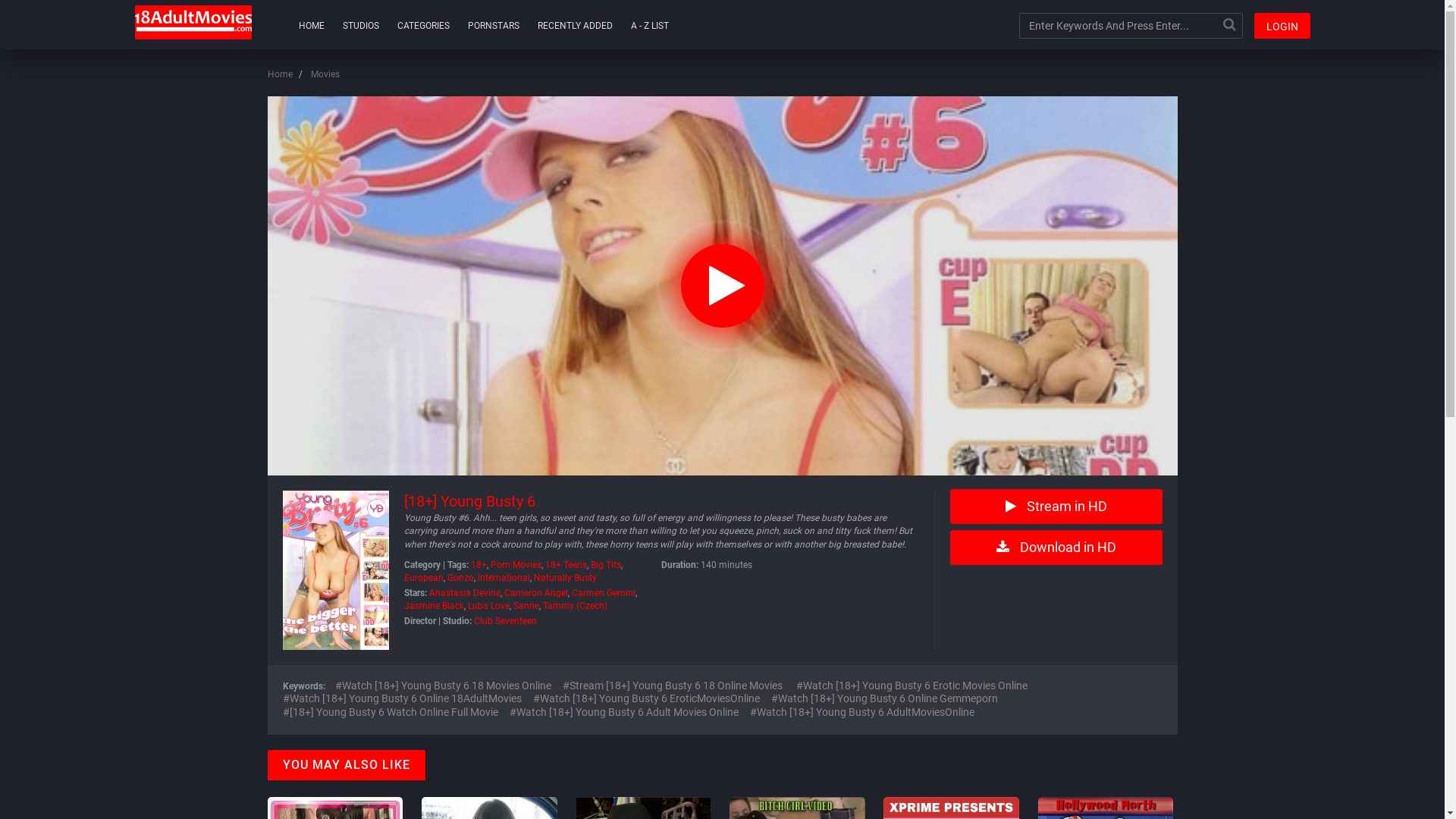  Describe the element at coordinates (648, 26) in the screenshot. I see `'A - Z LIST'` at that location.